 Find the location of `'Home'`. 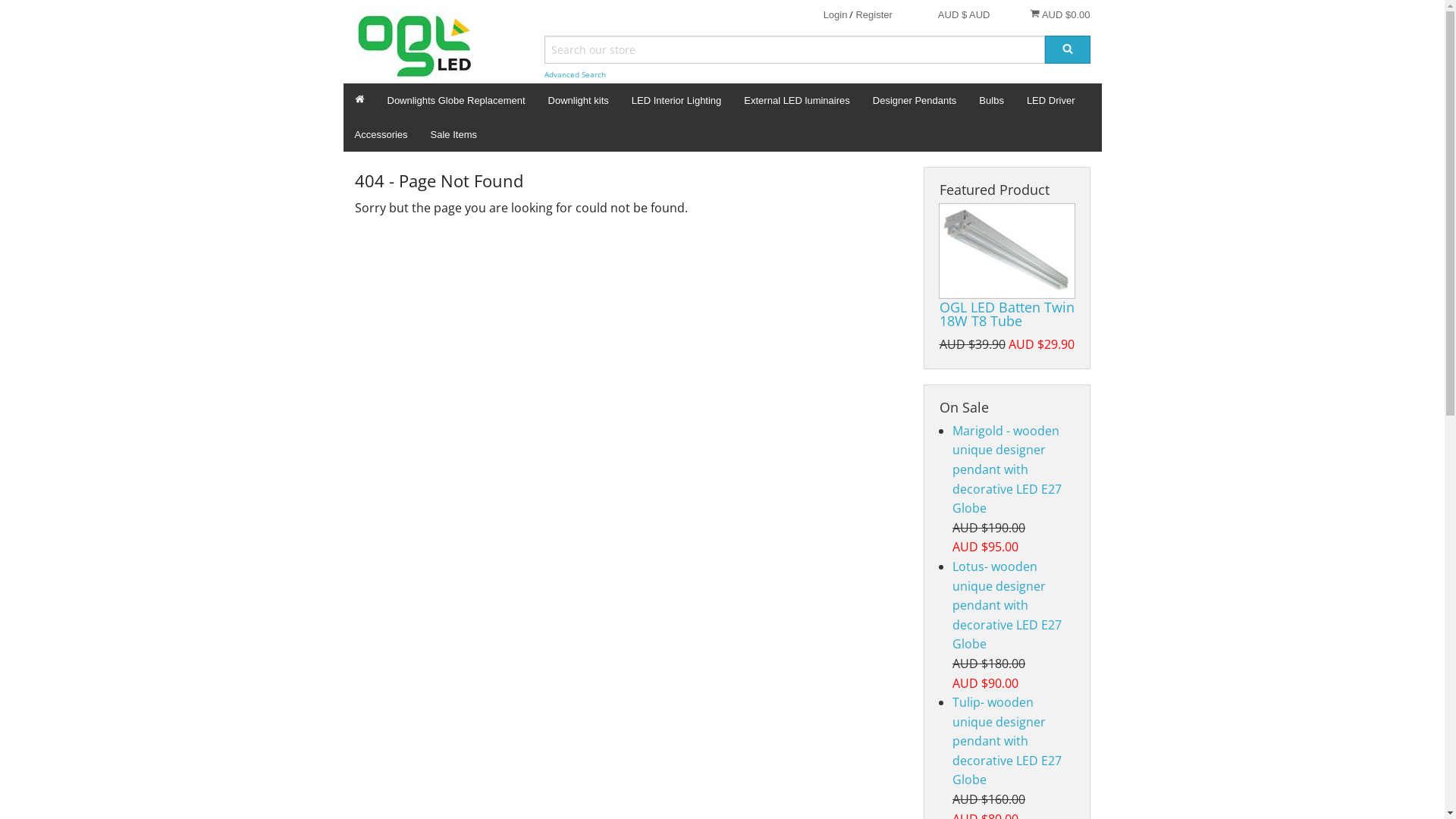

'Home' is located at coordinates (341, 100).